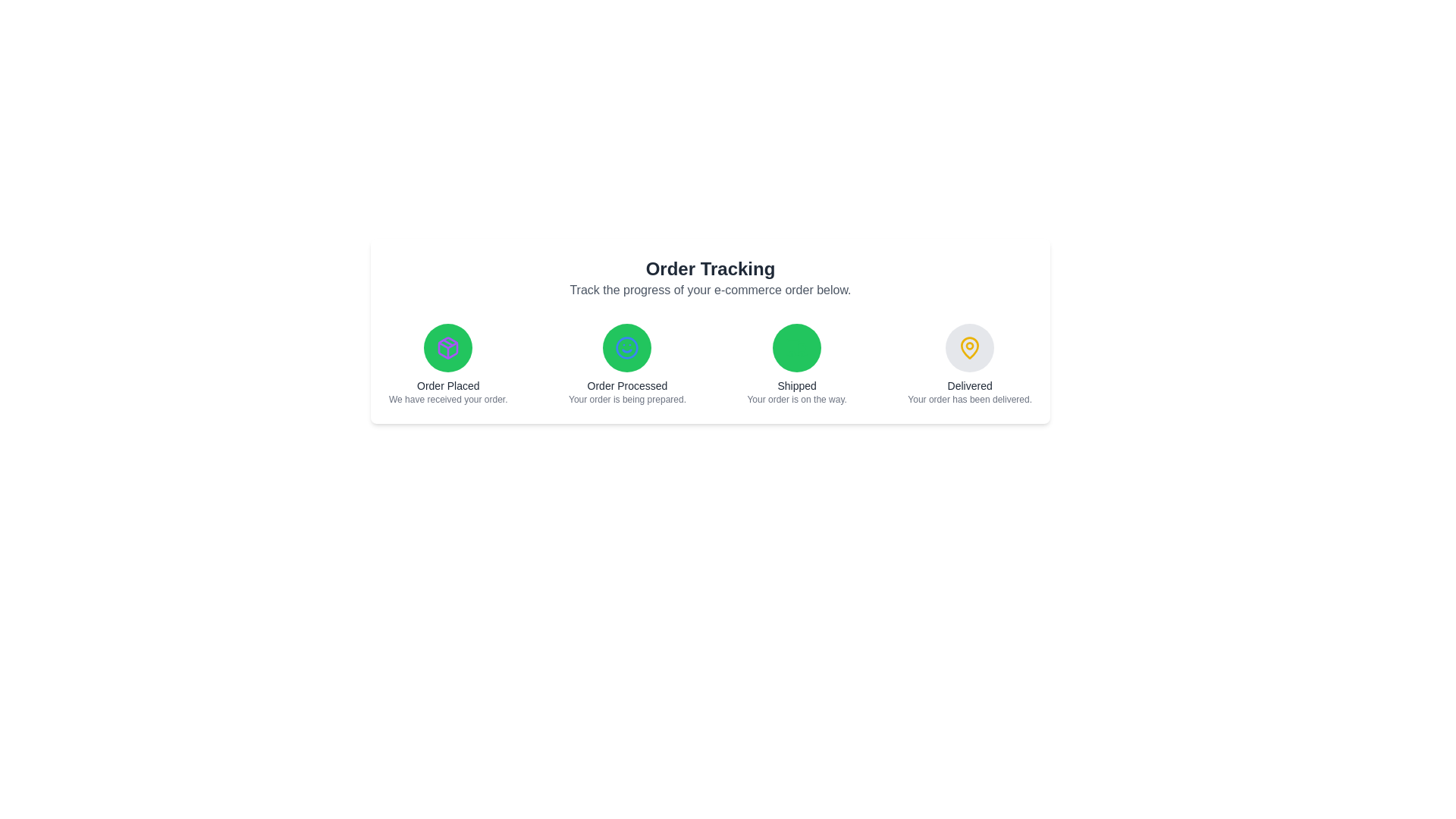  What do you see at coordinates (969, 348) in the screenshot?
I see `the delivery stage icon, which is the fourth icon in a horizontal sequence representing different stages of order tracking, located under the 'Delivered' stage label` at bounding box center [969, 348].